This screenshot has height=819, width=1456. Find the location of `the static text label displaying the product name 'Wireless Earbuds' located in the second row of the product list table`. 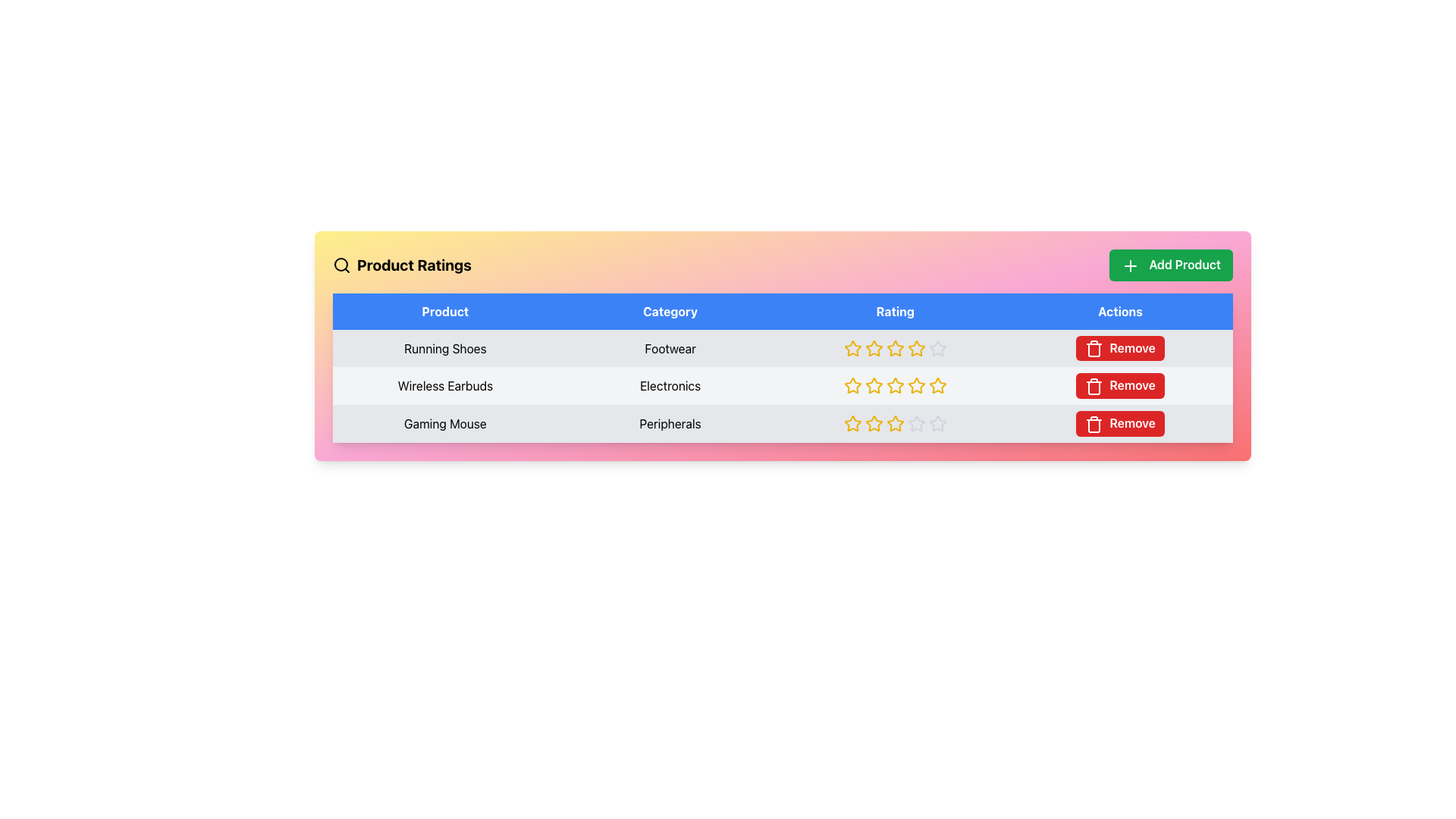

the static text label displaying the product name 'Wireless Earbuds' located in the second row of the product list table is located at coordinates (444, 385).